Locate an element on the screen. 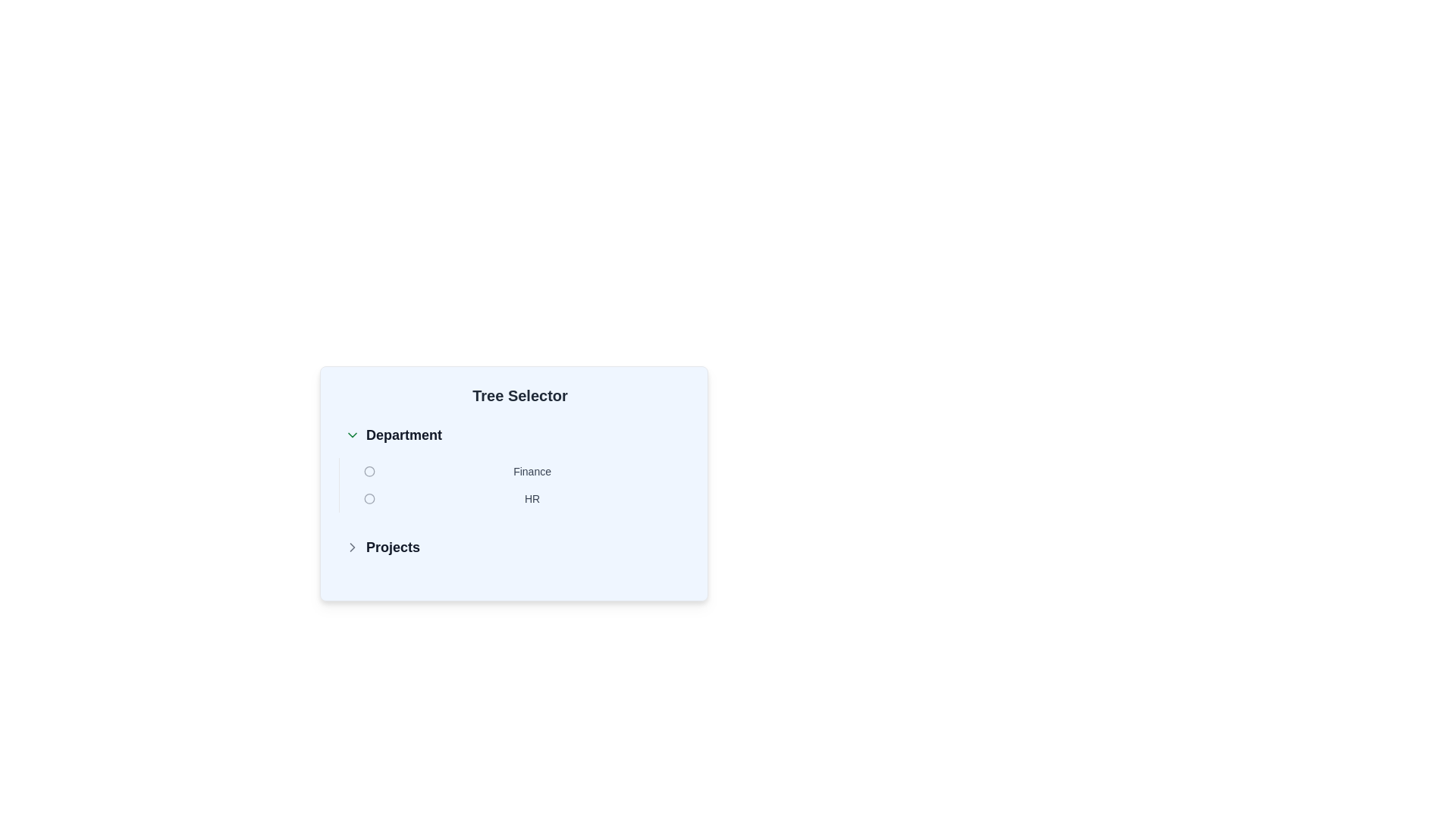  Circle SVG graphical component that indicates the state for the 'Finance' text item using a developer tool is located at coordinates (369, 470).